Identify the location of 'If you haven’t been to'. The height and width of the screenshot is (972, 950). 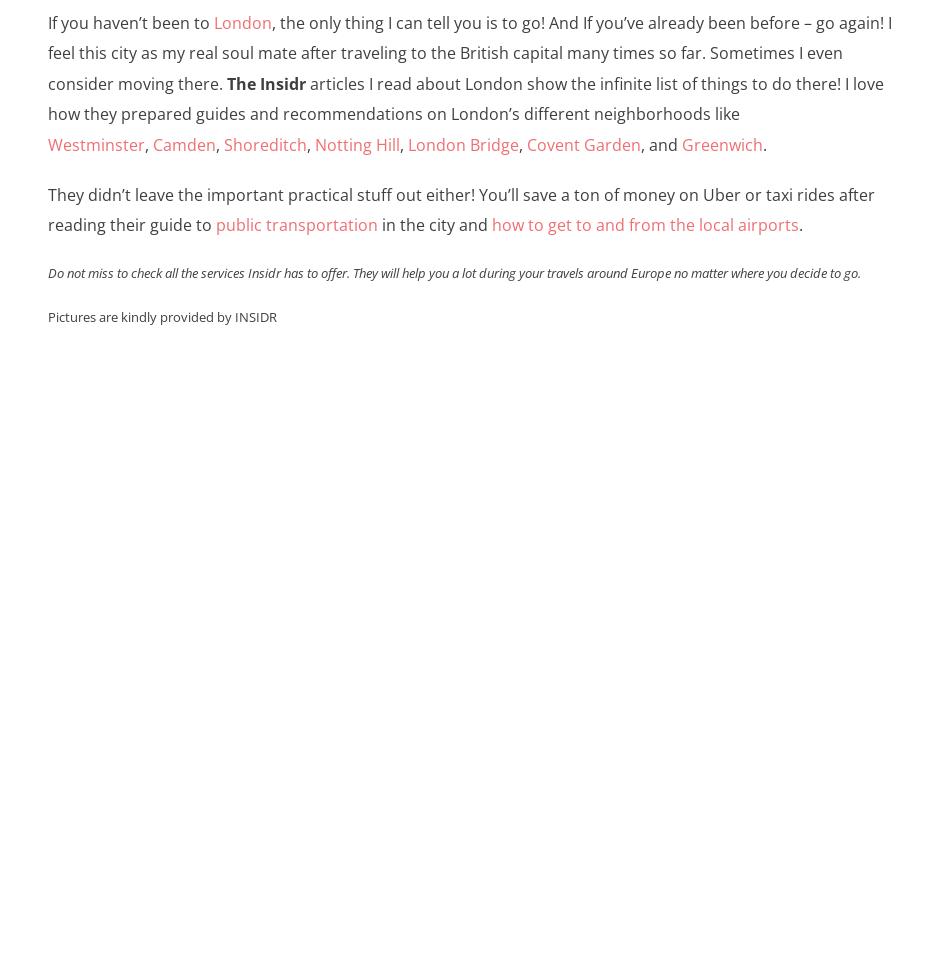
(129, 23).